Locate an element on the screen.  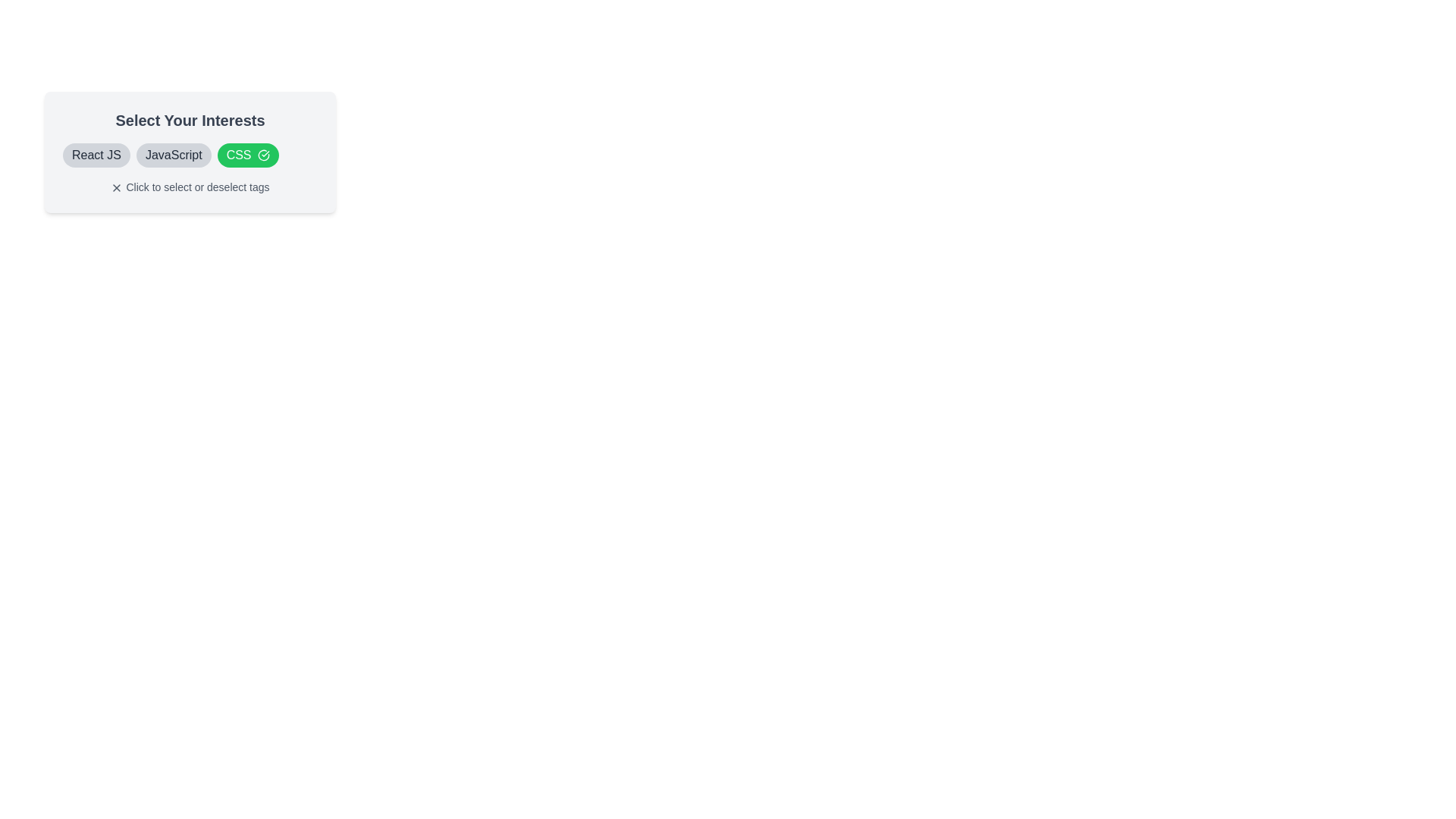
the 'React JS' tag, which is styled with dark text color and is the first tag in a horizontal row under 'Select Your Interests' is located at coordinates (96, 155).